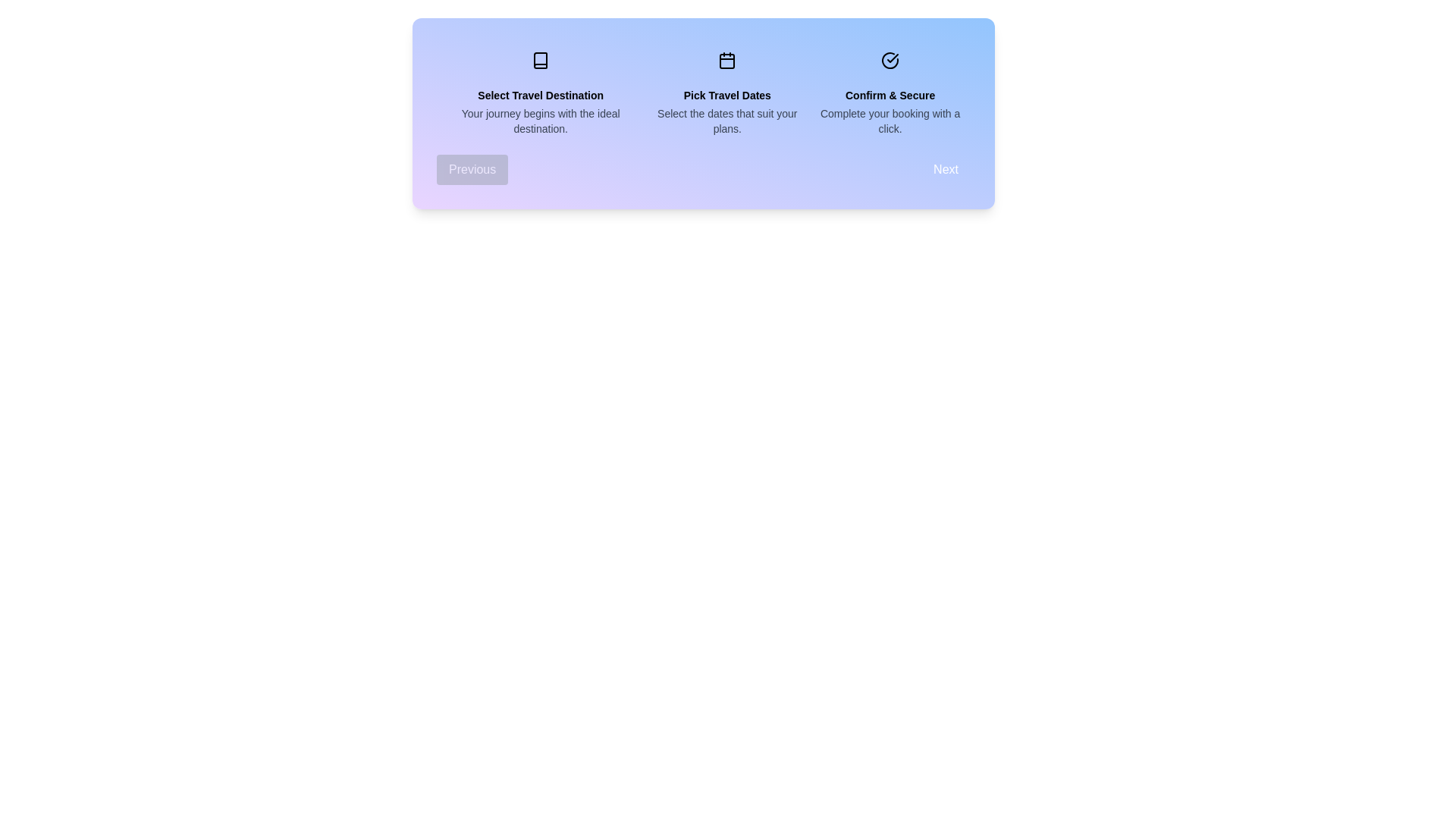  Describe the element at coordinates (945, 169) in the screenshot. I see `the Next button to navigate` at that location.